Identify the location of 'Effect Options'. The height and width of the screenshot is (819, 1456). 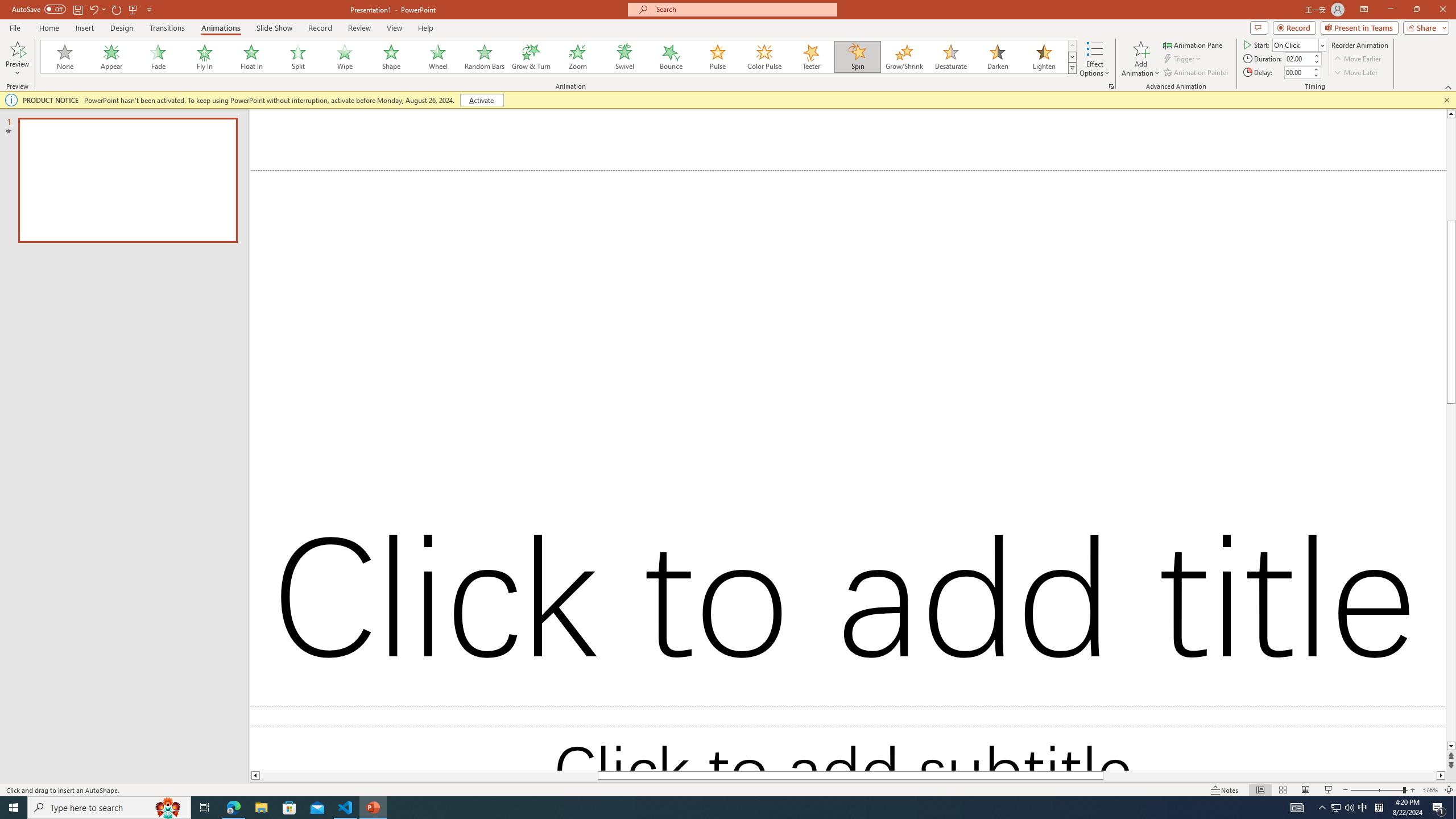
(1094, 59).